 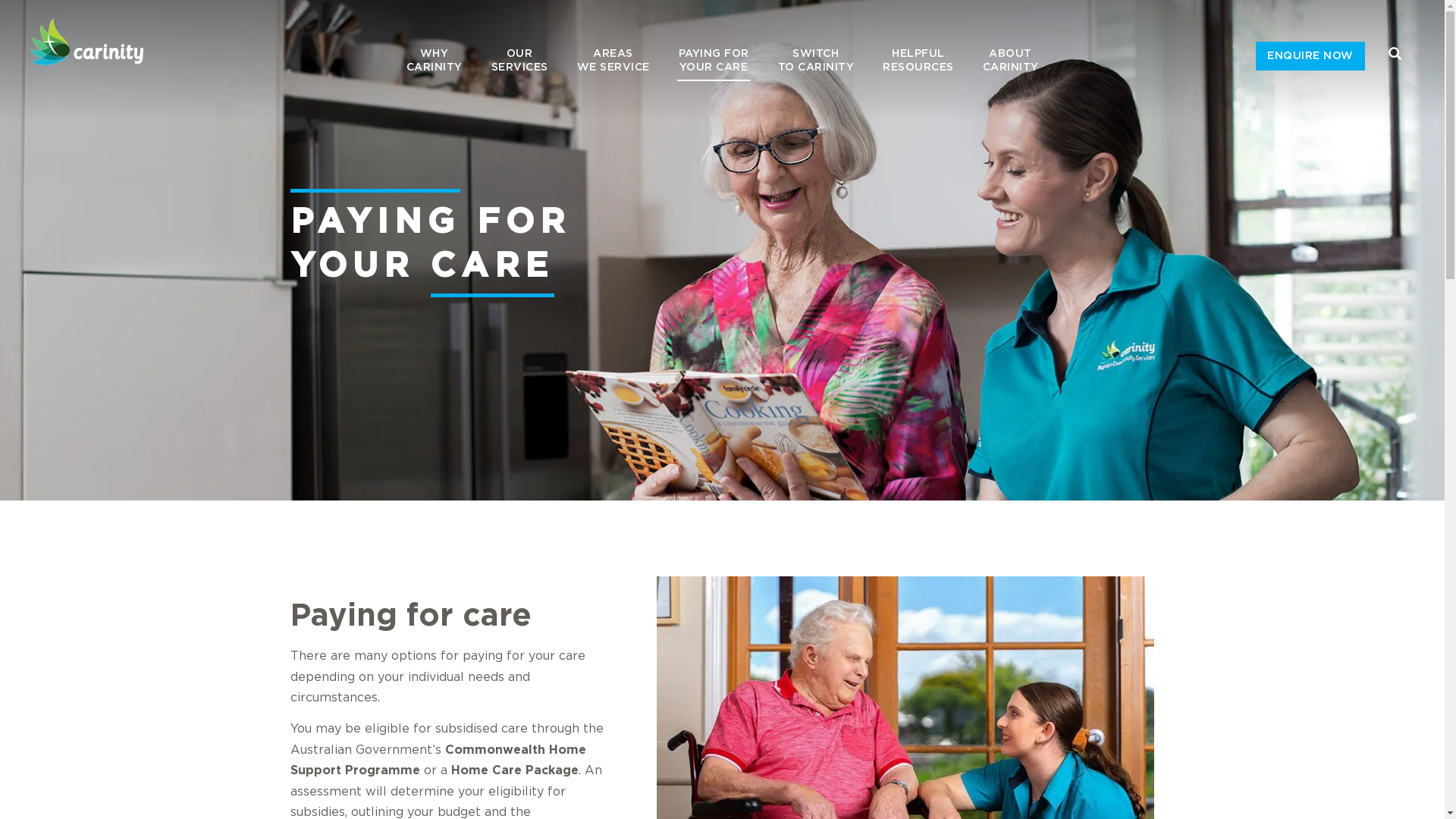 What do you see at coordinates (432, 60) in the screenshot?
I see `'WHY` at bounding box center [432, 60].